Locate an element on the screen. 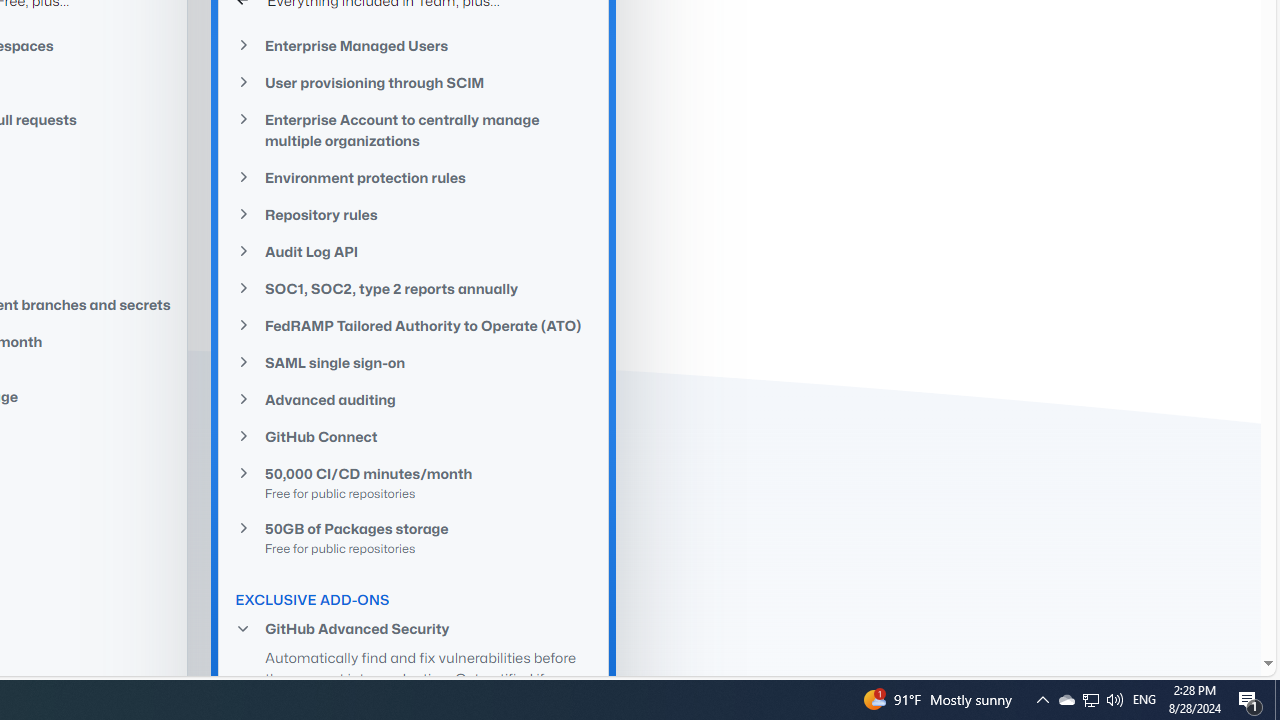 This screenshot has height=720, width=1280. 'Environment protection rules' is located at coordinates (413, 177).